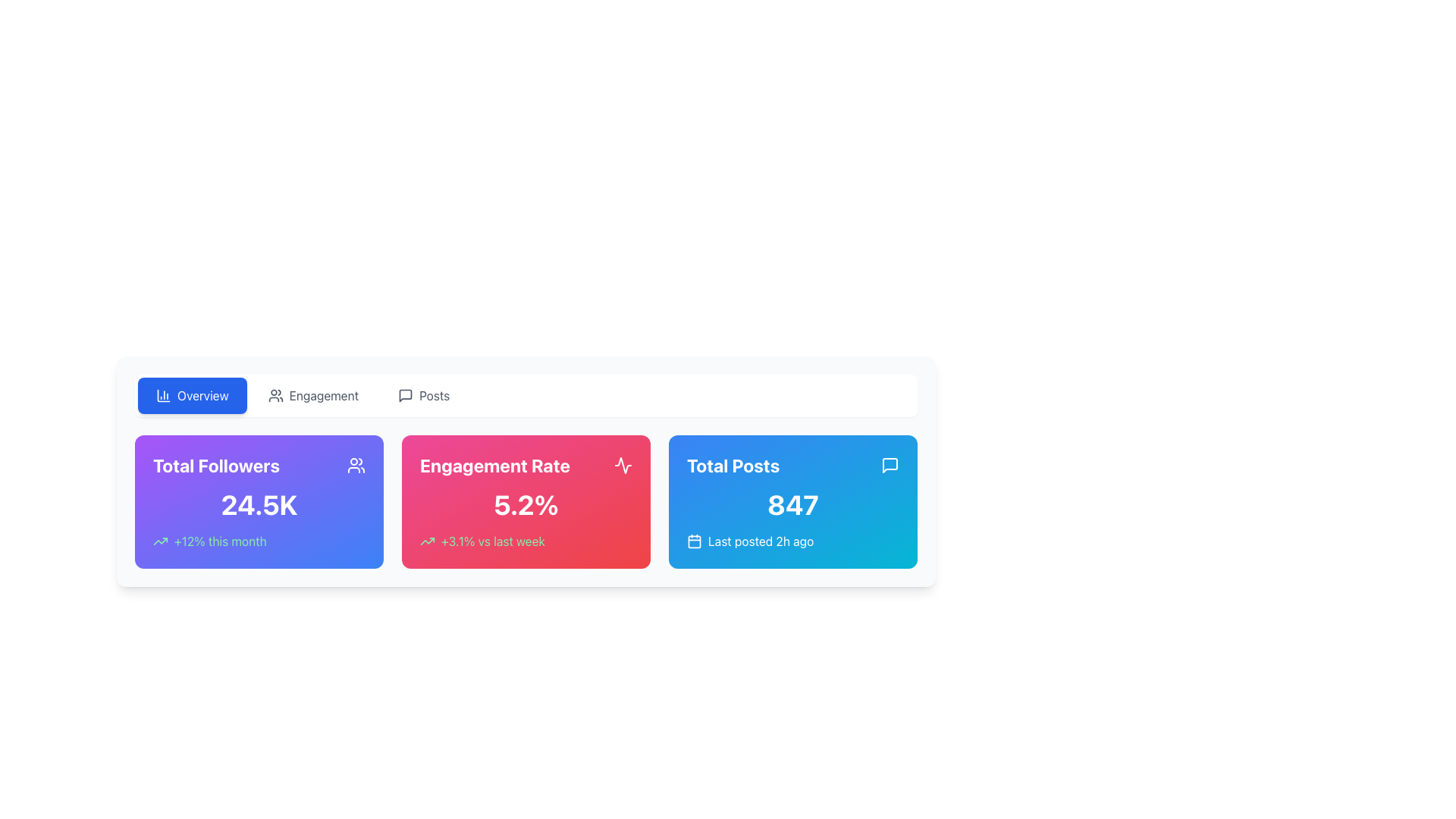  Describe the element at coordinates (493, 540) in the screenshot. I see `the Text Label that provides additional information about the change in engagement rate, which is located in the bottom section of the 'Engagement Rate' card, aligned with an upward trending icon to its left` at that location.